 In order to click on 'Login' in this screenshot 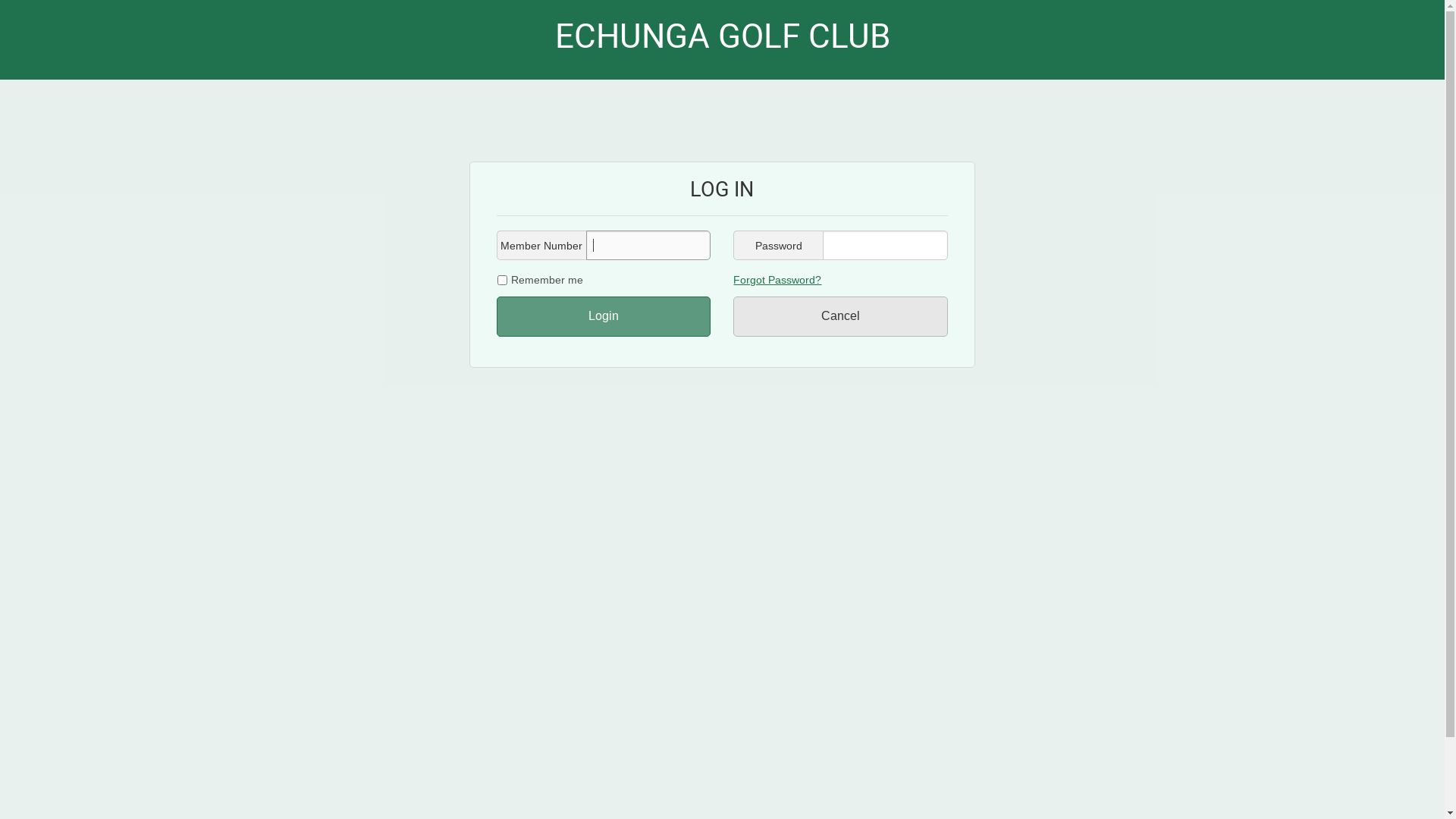, I will do `click(603, 315)`.